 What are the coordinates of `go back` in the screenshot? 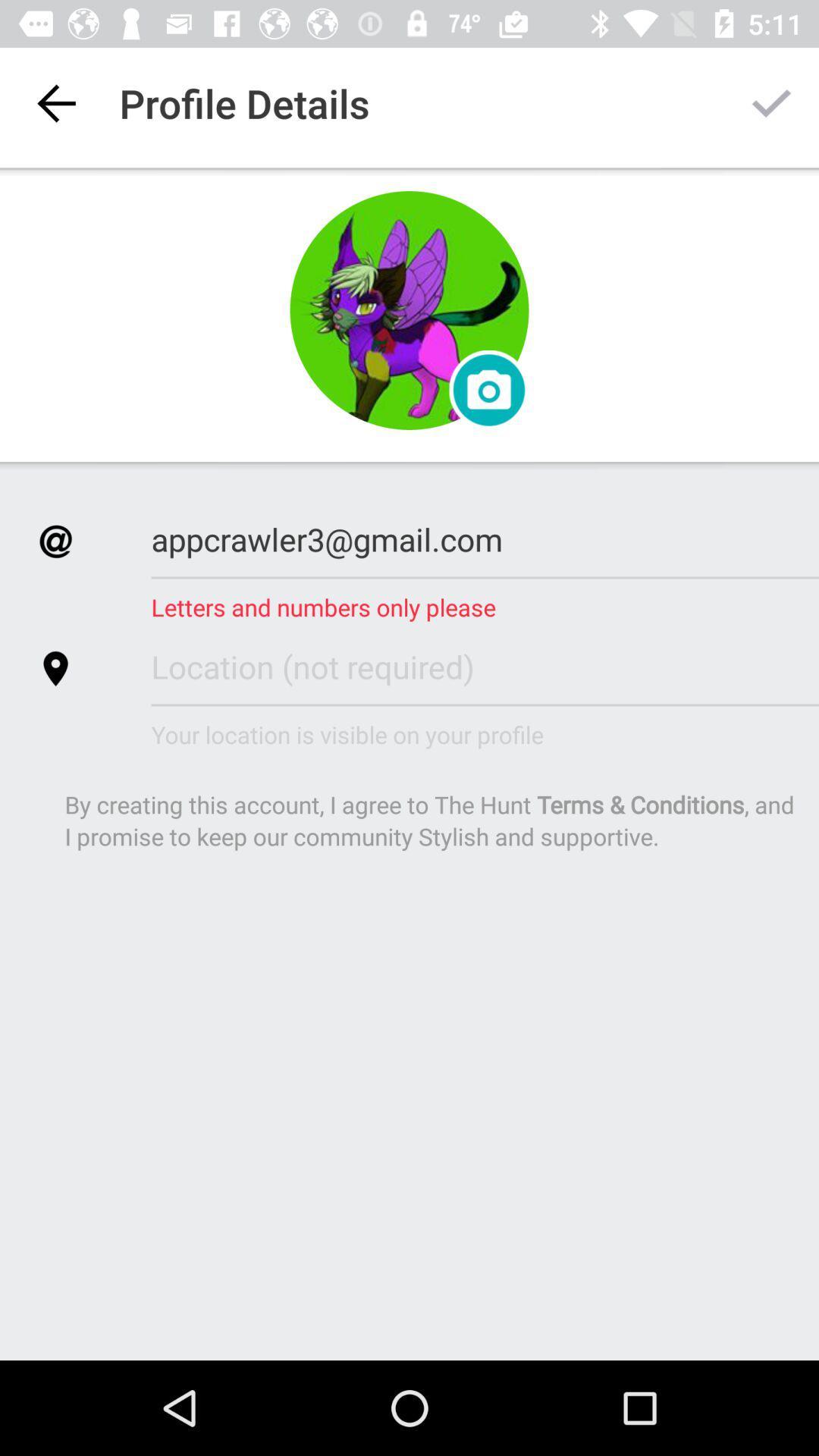 It's located at (55, 102).